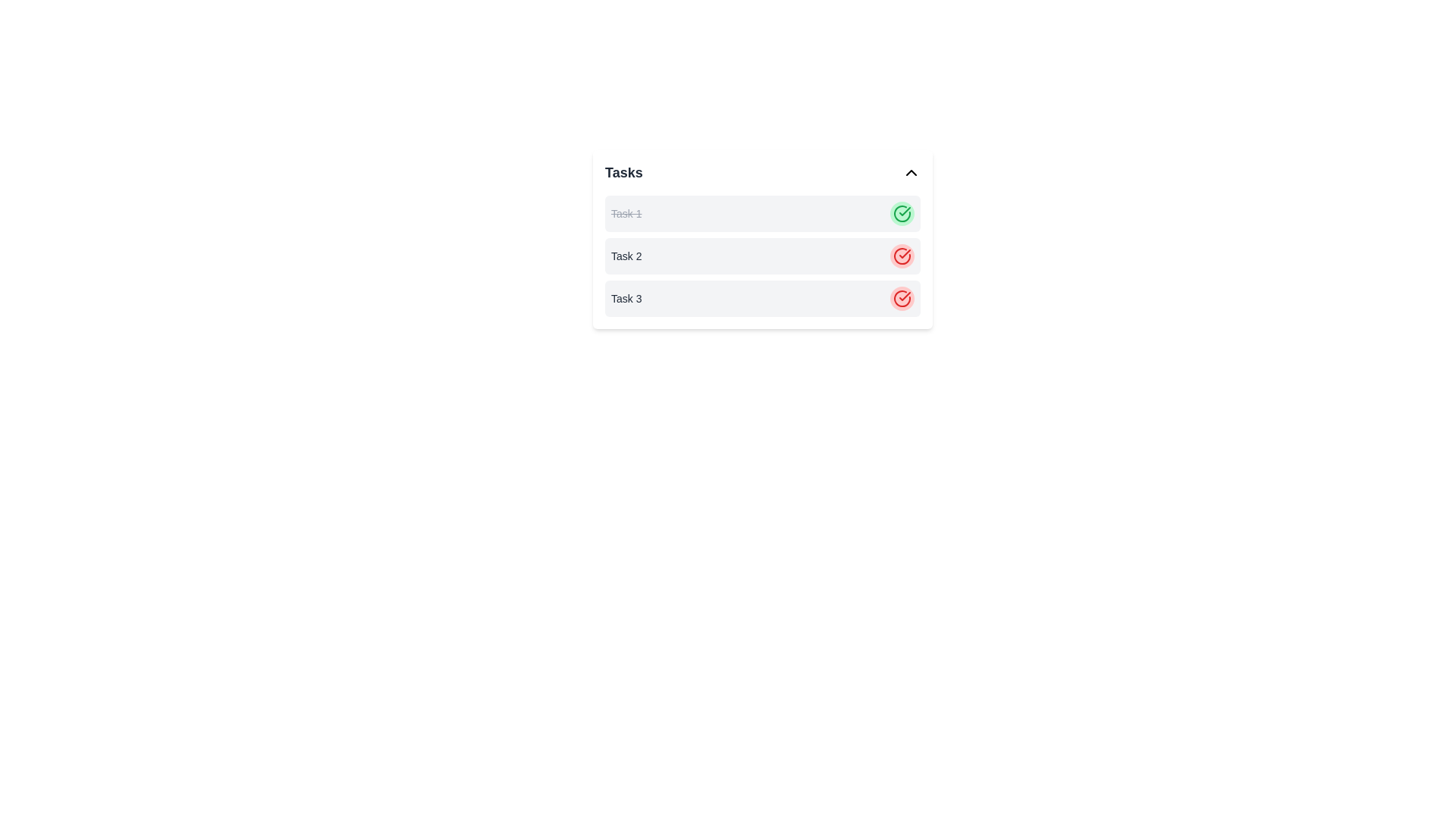  I want to click on the second task item in the list that contains a button for modifying or marking the task state, which is visually centered within the 'Tasks' card, so click(763, 256).